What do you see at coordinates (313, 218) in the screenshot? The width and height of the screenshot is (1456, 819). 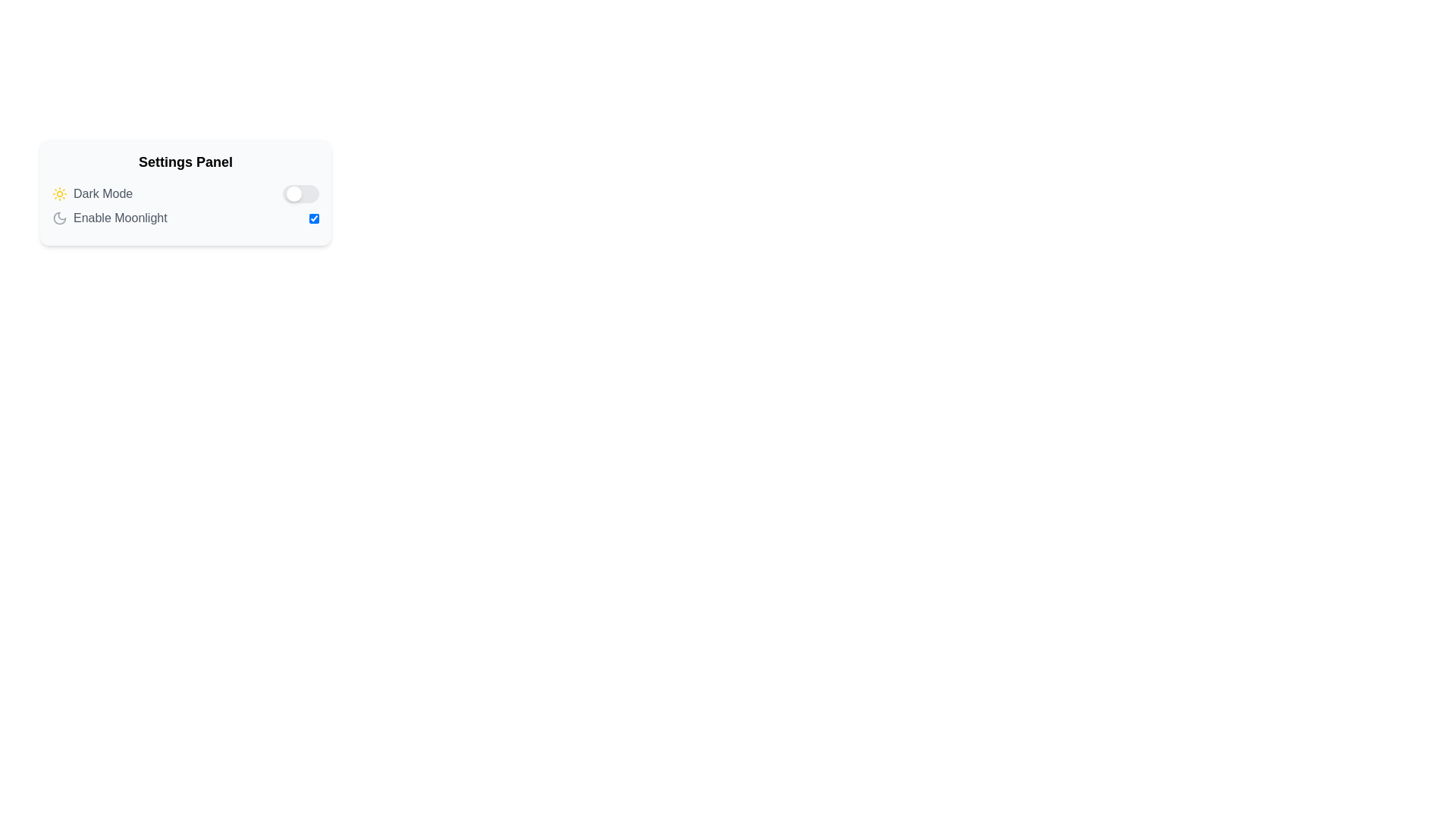 I see `the selected checkbox located to the right of the 'Enable Moonlight' setting` at bounding box center [313, 218].